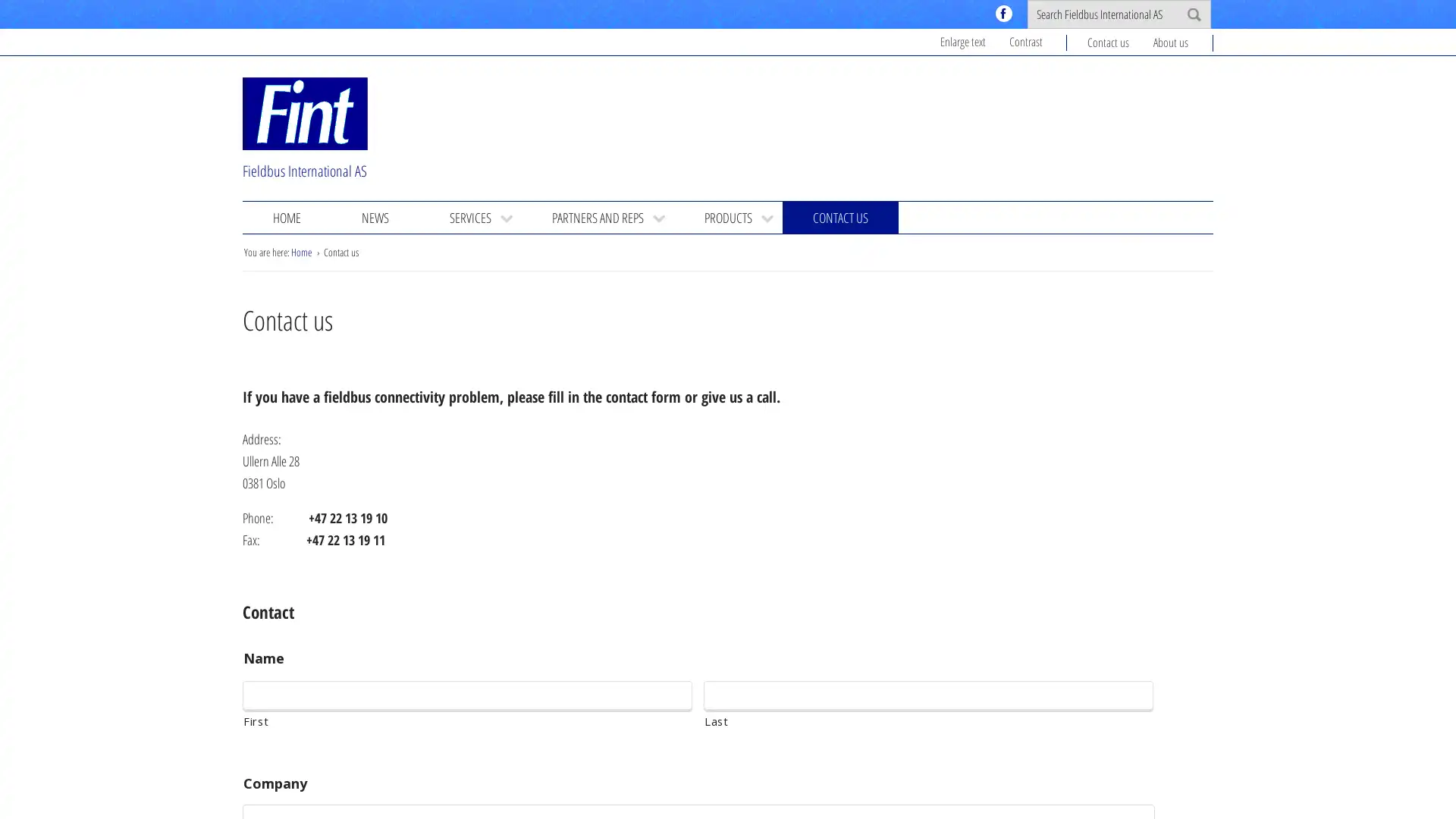 This screenshot has width=1456, height=819. Describe the element at coordinates (1193, 14) in the screenshot. I see `Search` at that location.